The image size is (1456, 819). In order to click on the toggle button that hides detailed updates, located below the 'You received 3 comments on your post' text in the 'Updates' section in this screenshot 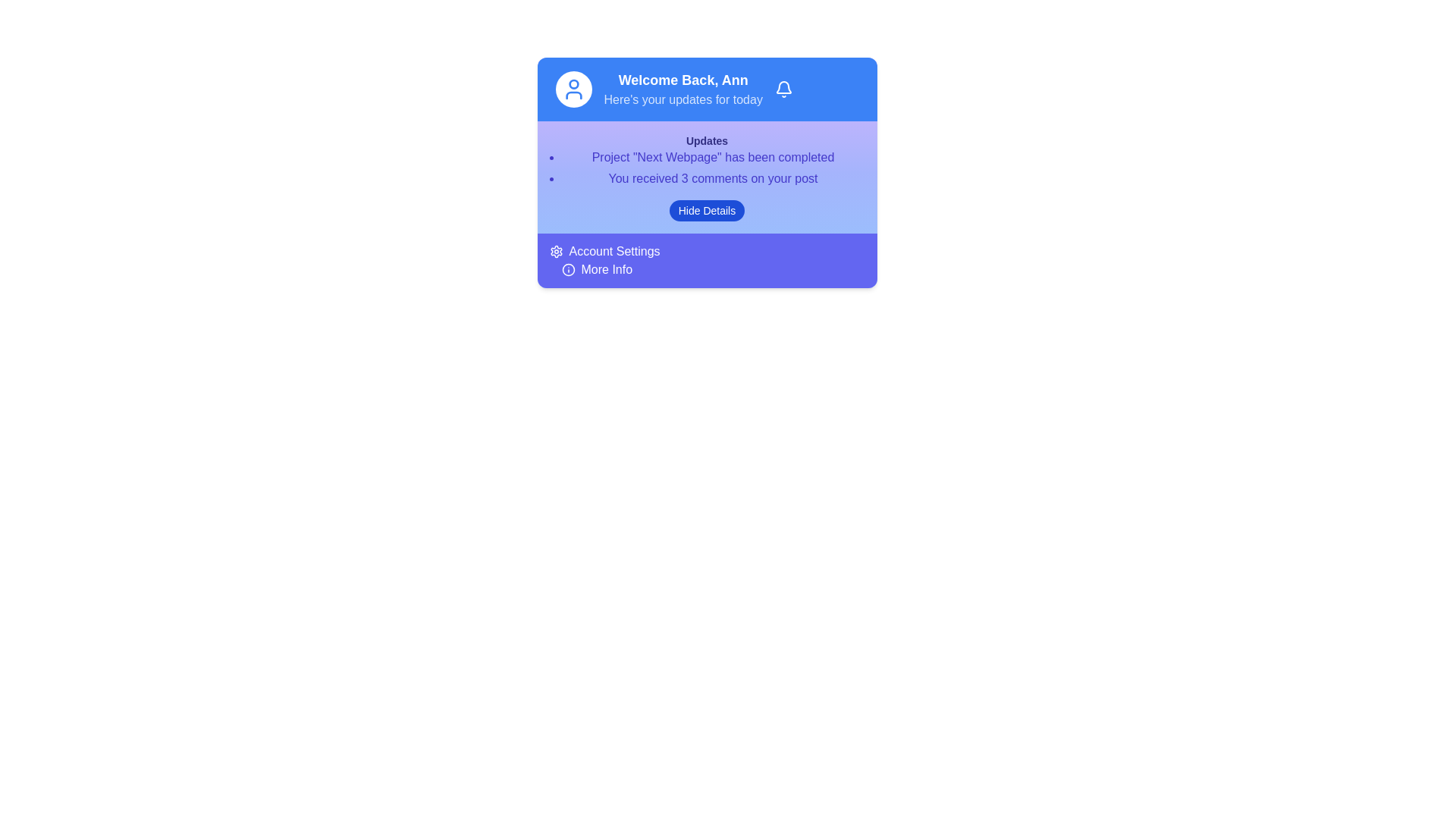, I will do `click(706, 210)`.